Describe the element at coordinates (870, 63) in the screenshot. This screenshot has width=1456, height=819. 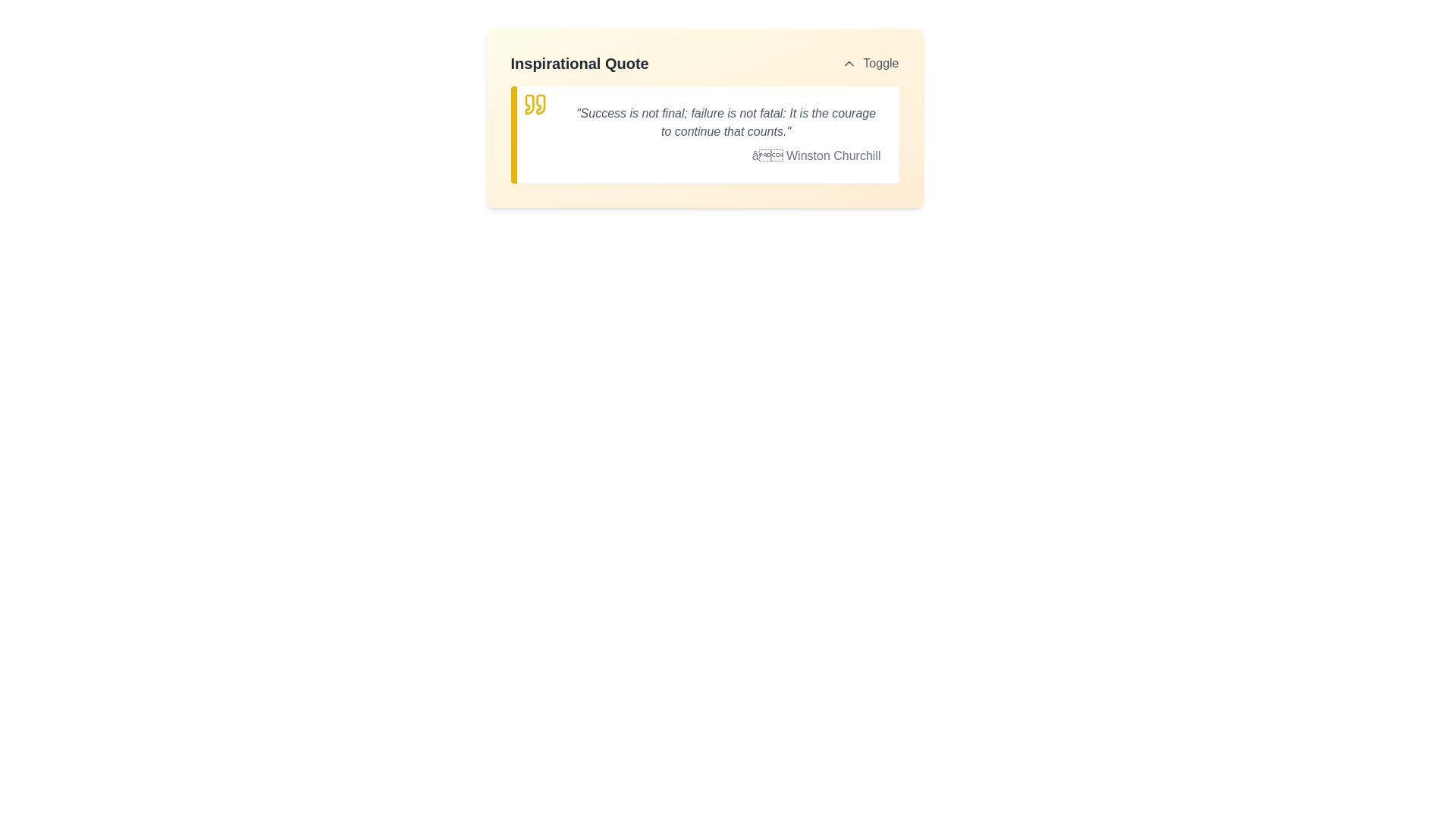
I see `the toggle button located in the top-right corner of the header section, adjacent to the 'Inspirational Quote' title` at that location.